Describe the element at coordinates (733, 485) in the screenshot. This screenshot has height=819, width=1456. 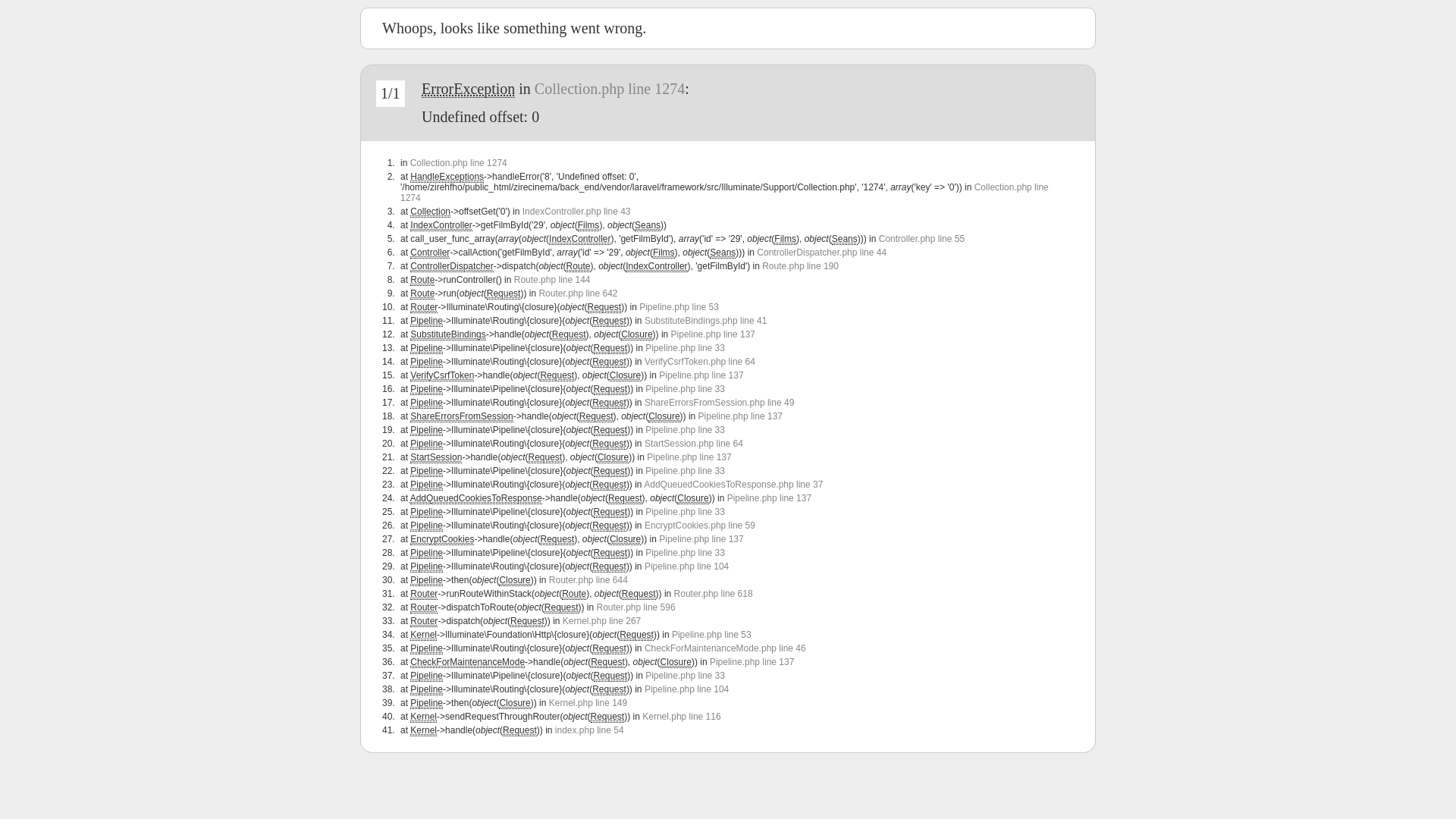
I see `'AddQueuedCookiesToResponse.php line 37'` at that location.